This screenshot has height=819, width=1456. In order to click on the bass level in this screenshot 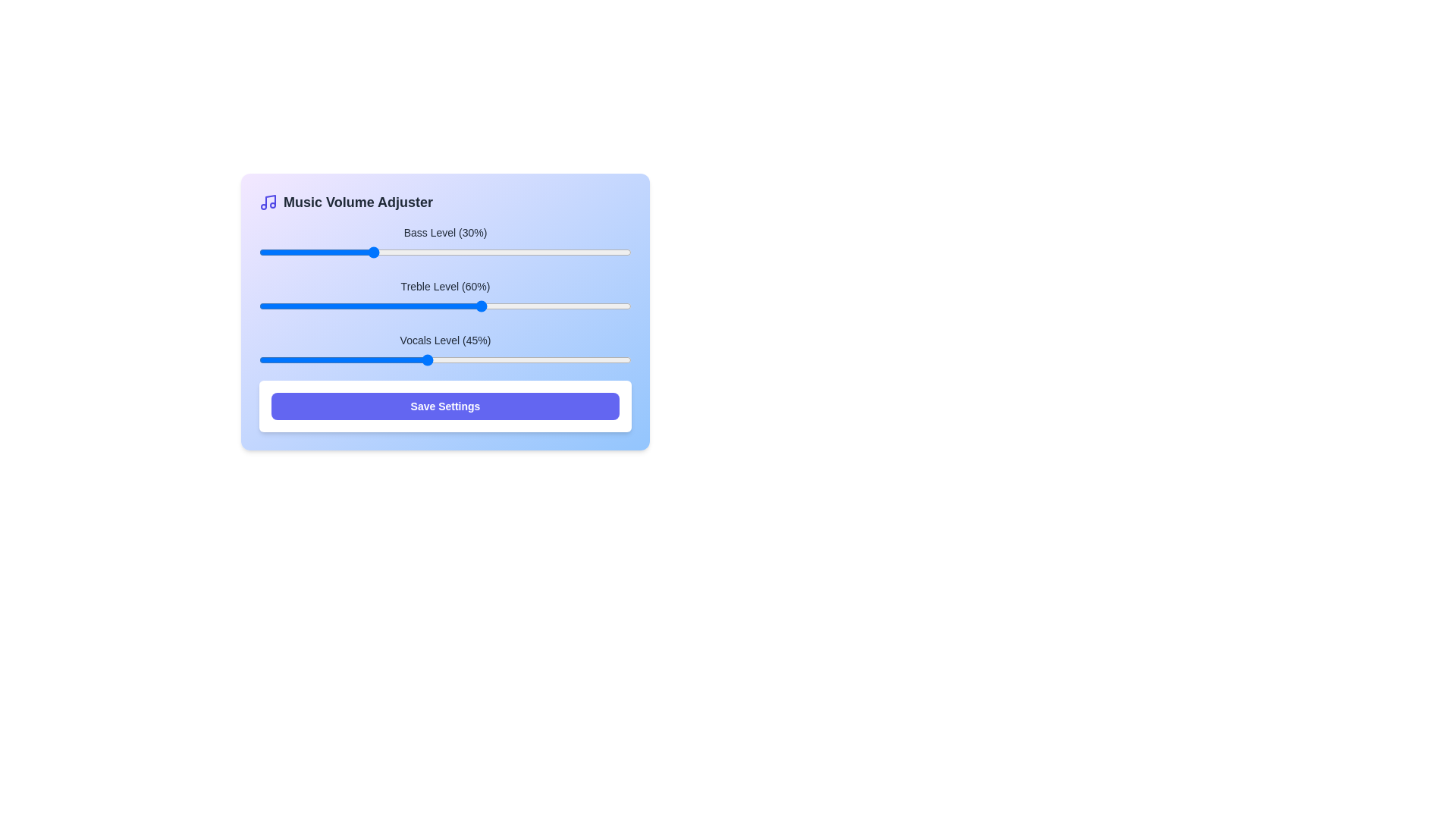, I will do `click(546, 251)`.